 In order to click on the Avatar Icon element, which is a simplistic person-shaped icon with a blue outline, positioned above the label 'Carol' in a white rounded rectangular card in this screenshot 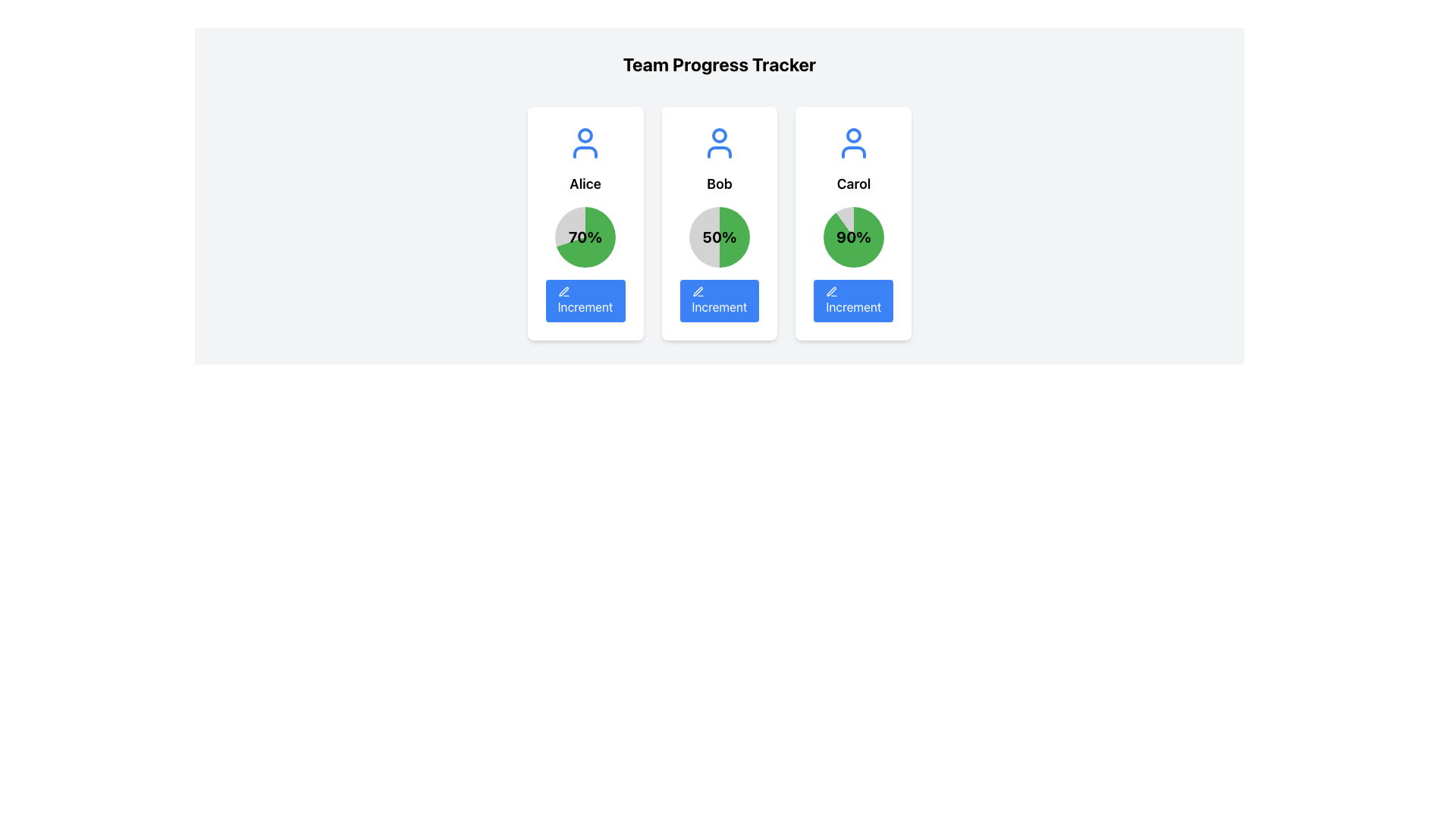, I will do `click(853, 143)`.